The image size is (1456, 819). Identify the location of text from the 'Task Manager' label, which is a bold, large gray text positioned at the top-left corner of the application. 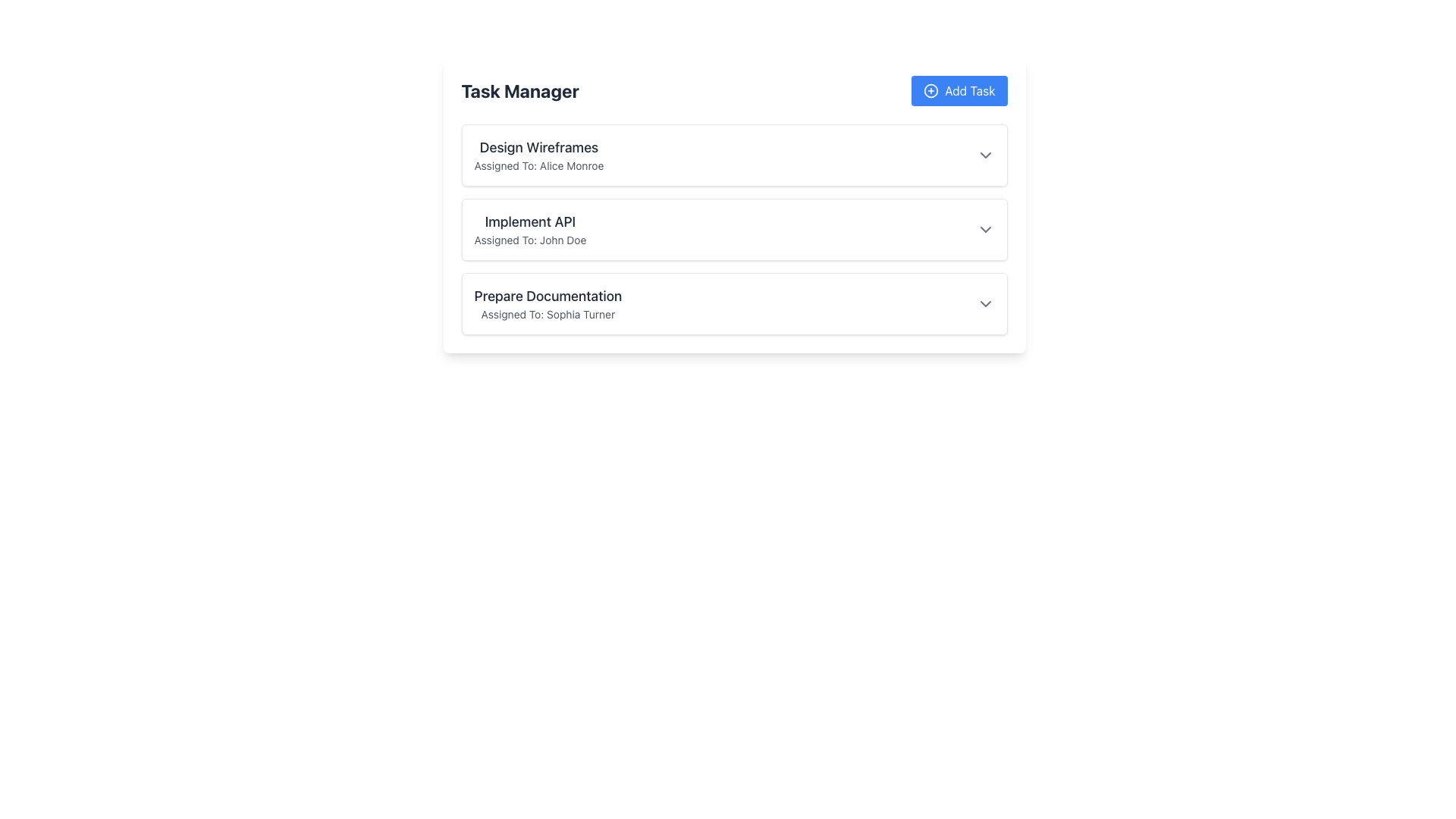
(520, 90).